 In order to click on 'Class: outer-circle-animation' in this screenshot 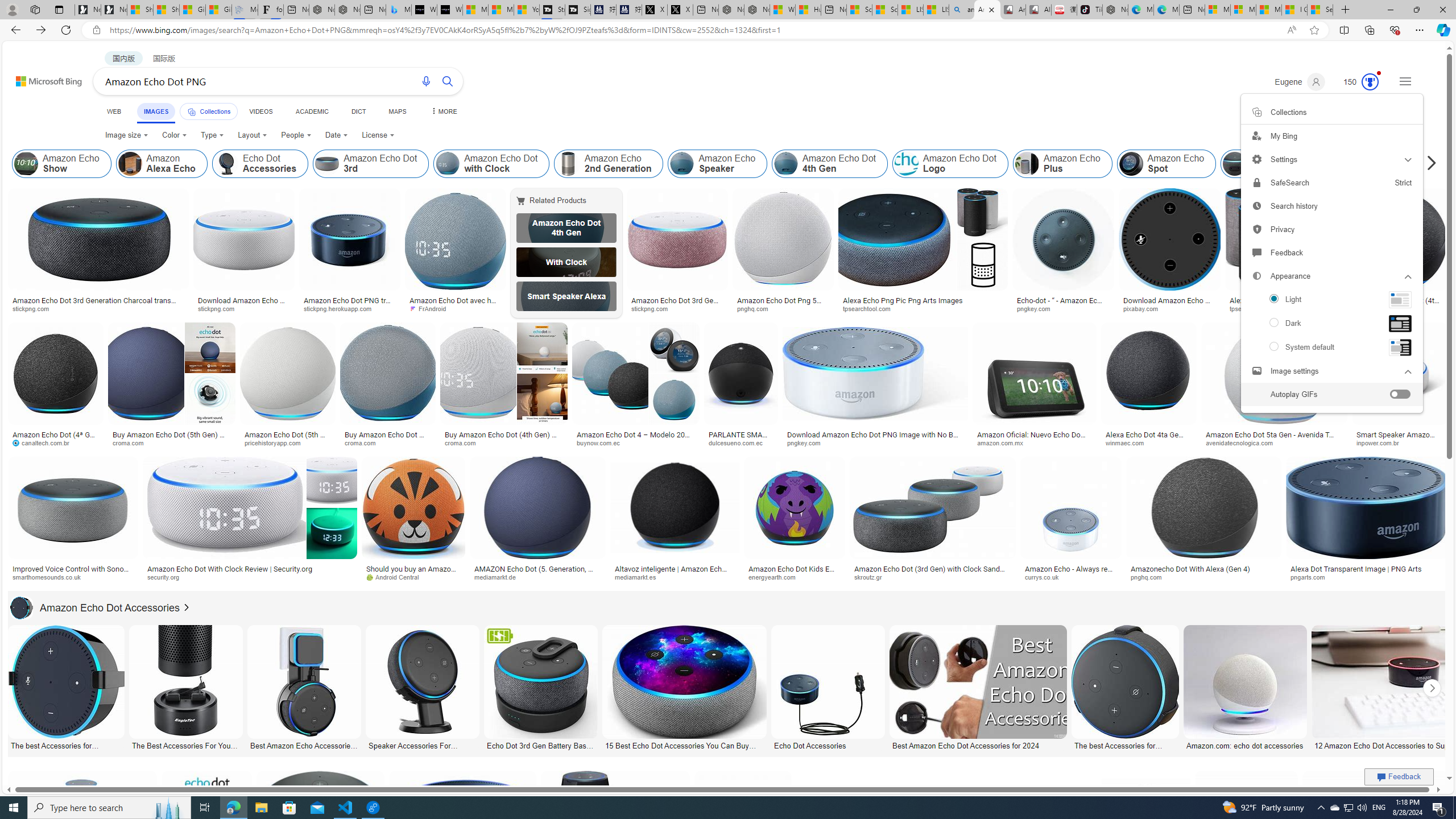, I will do `click(1370, 81)`.